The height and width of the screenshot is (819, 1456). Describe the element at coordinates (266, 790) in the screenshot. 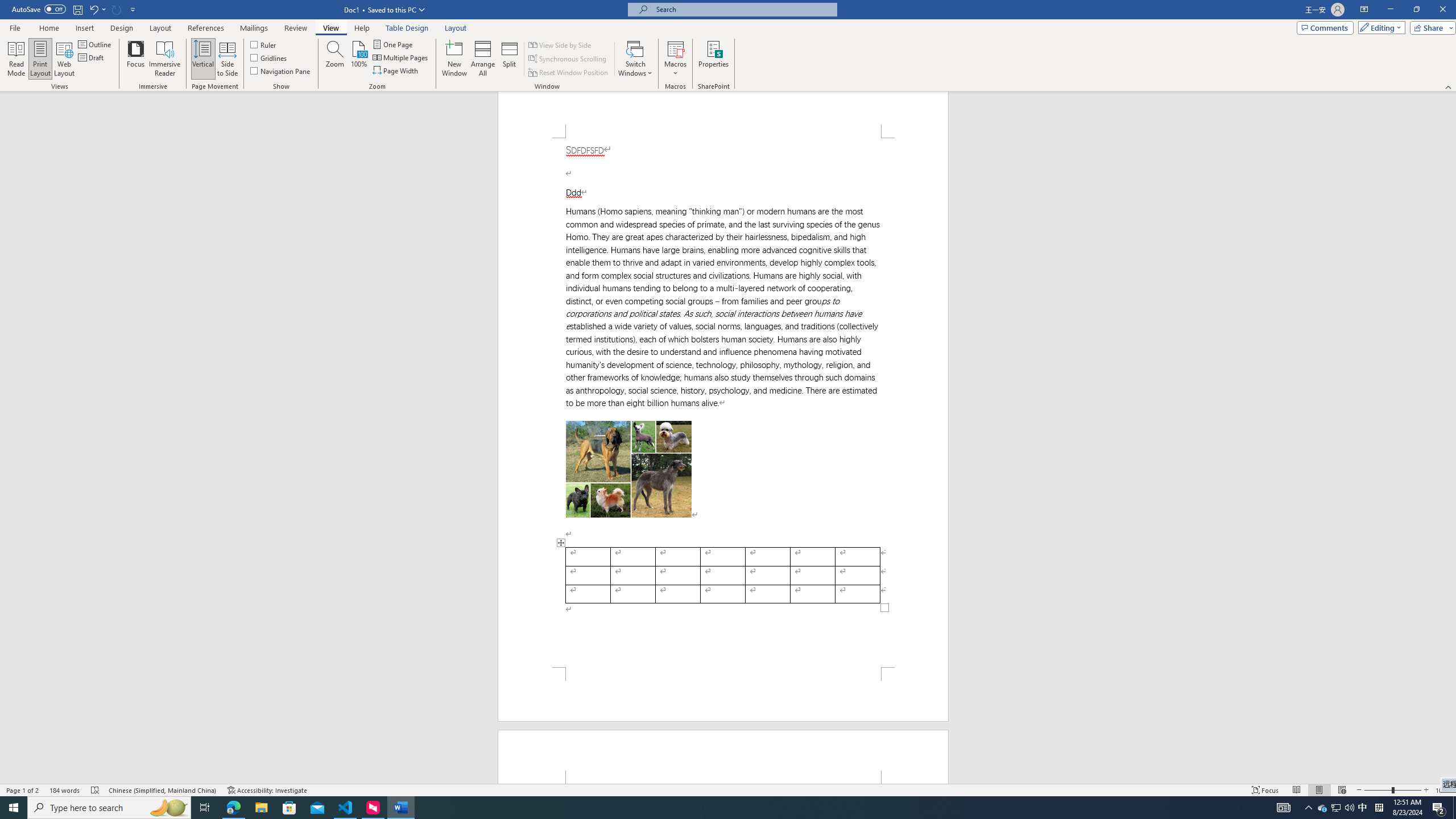

I see `'Accessibility Checker Accessibility: Investigate'` at that location.